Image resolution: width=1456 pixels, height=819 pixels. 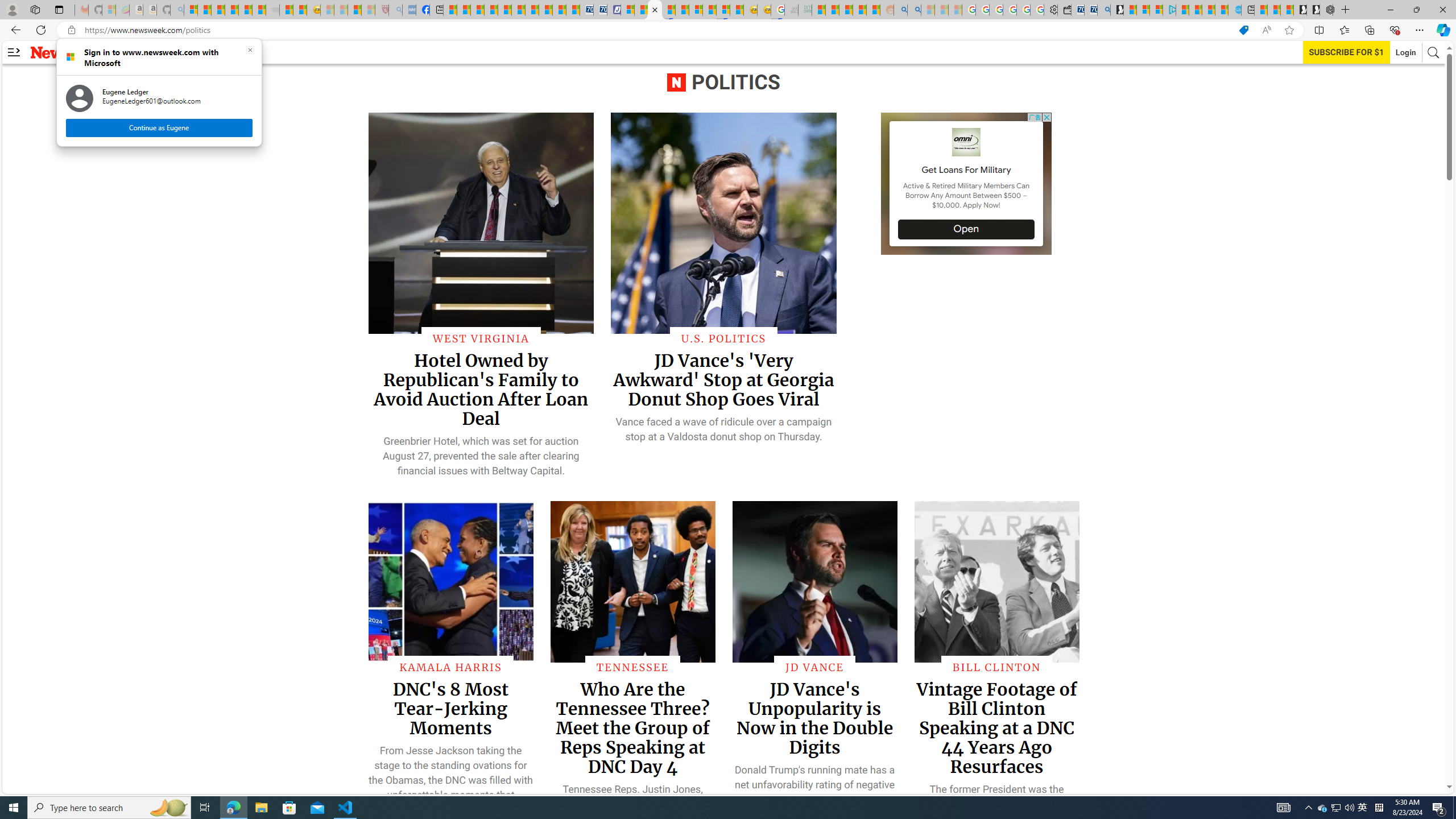 What do you see at coordinates (913, 9) in the screenshot?
I see `'Utah sues federal government - Search'` at bounding box center [913, 9].